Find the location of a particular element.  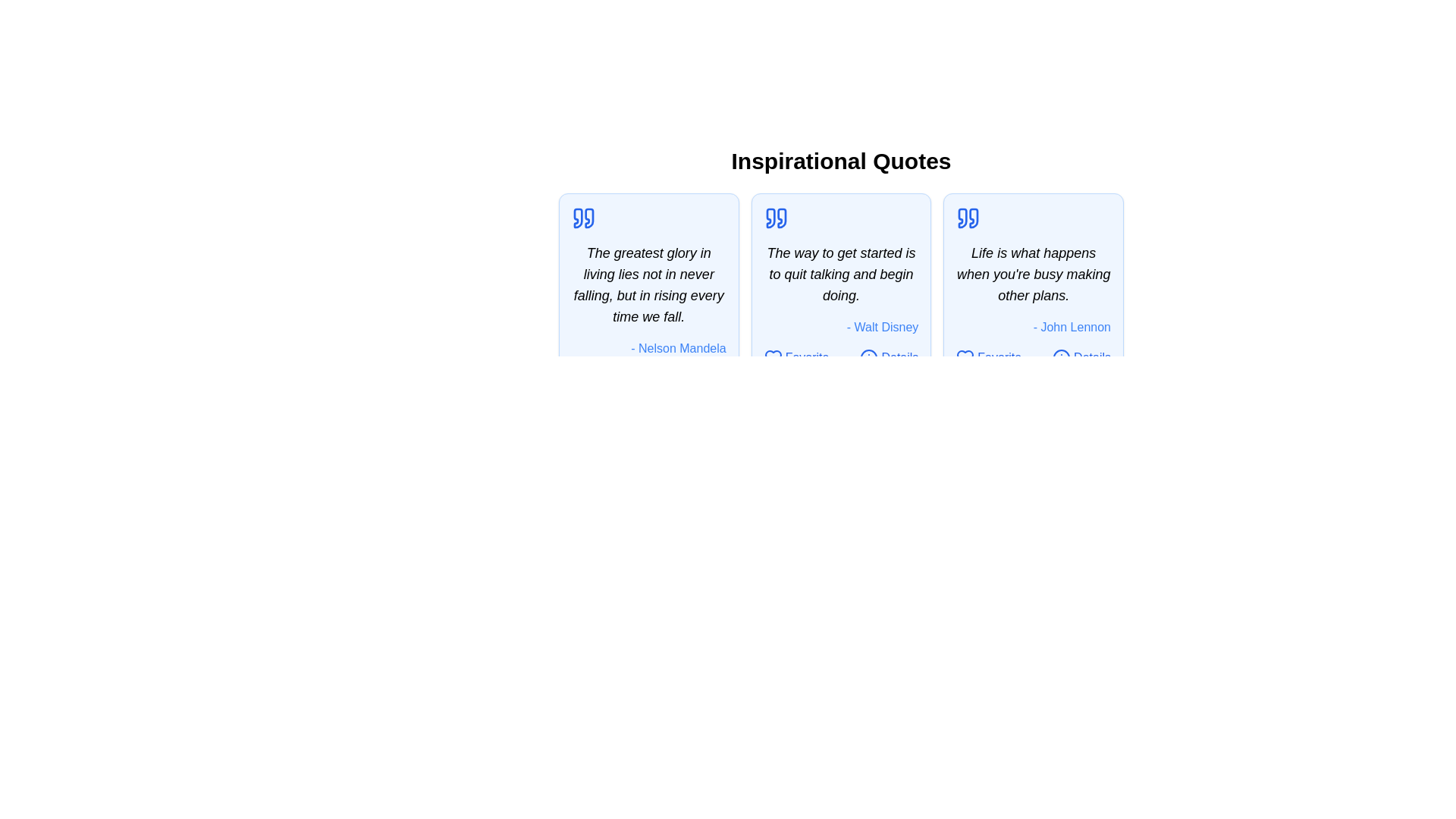

the left half of the blue SVG quotation mark icon within the first quote card is located at coordinates (577, 218).